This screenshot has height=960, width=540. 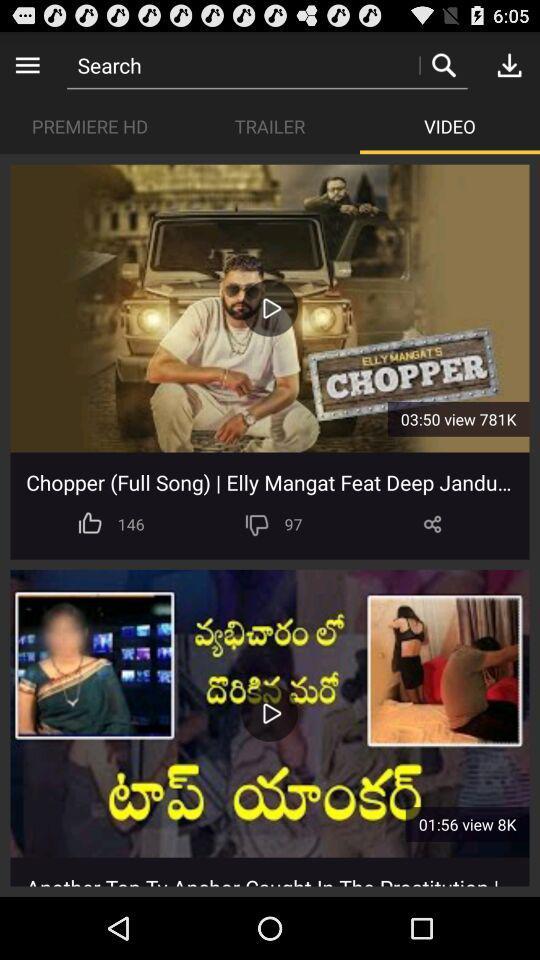 I want to click on the app to the right of the premiere hd icon, so click(x=270, y=125).